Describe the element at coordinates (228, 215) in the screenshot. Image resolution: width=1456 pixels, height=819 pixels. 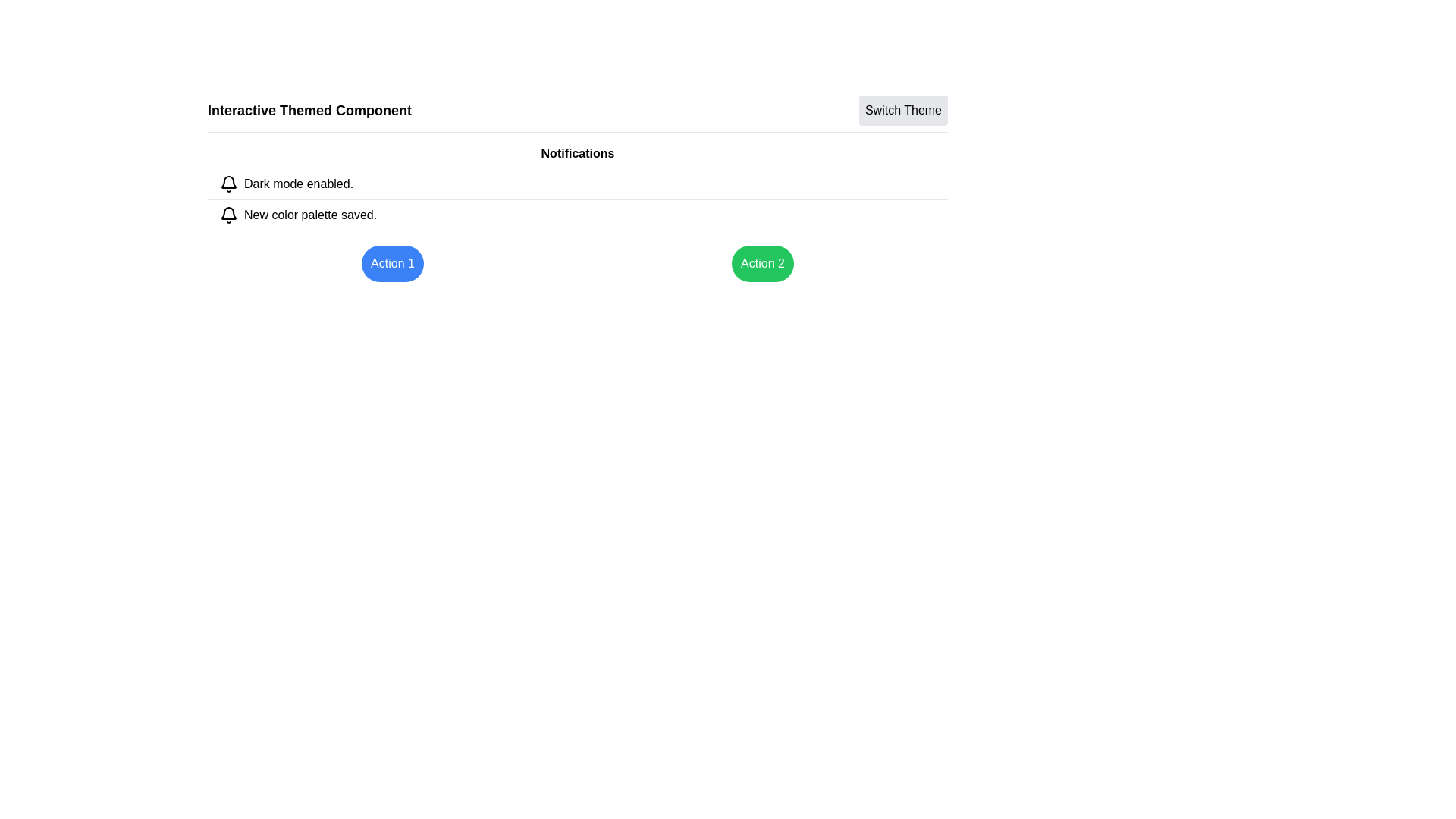
I see `the bell icon located at the left of the text 'New color palette saved.' in the notification bar for information` at that location.